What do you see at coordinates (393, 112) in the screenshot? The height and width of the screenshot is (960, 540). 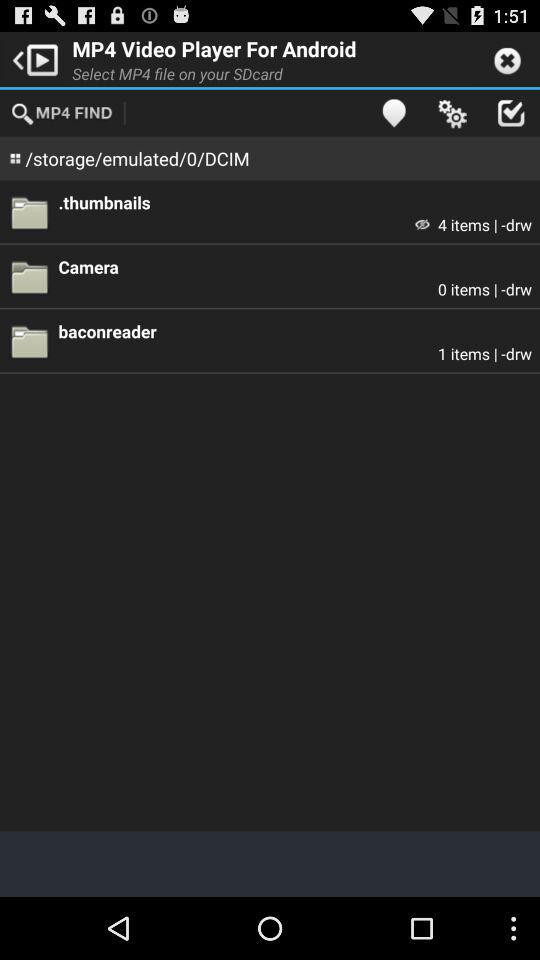 I see `the icon above .thumbnails icon` at bounding box center [393, 112].